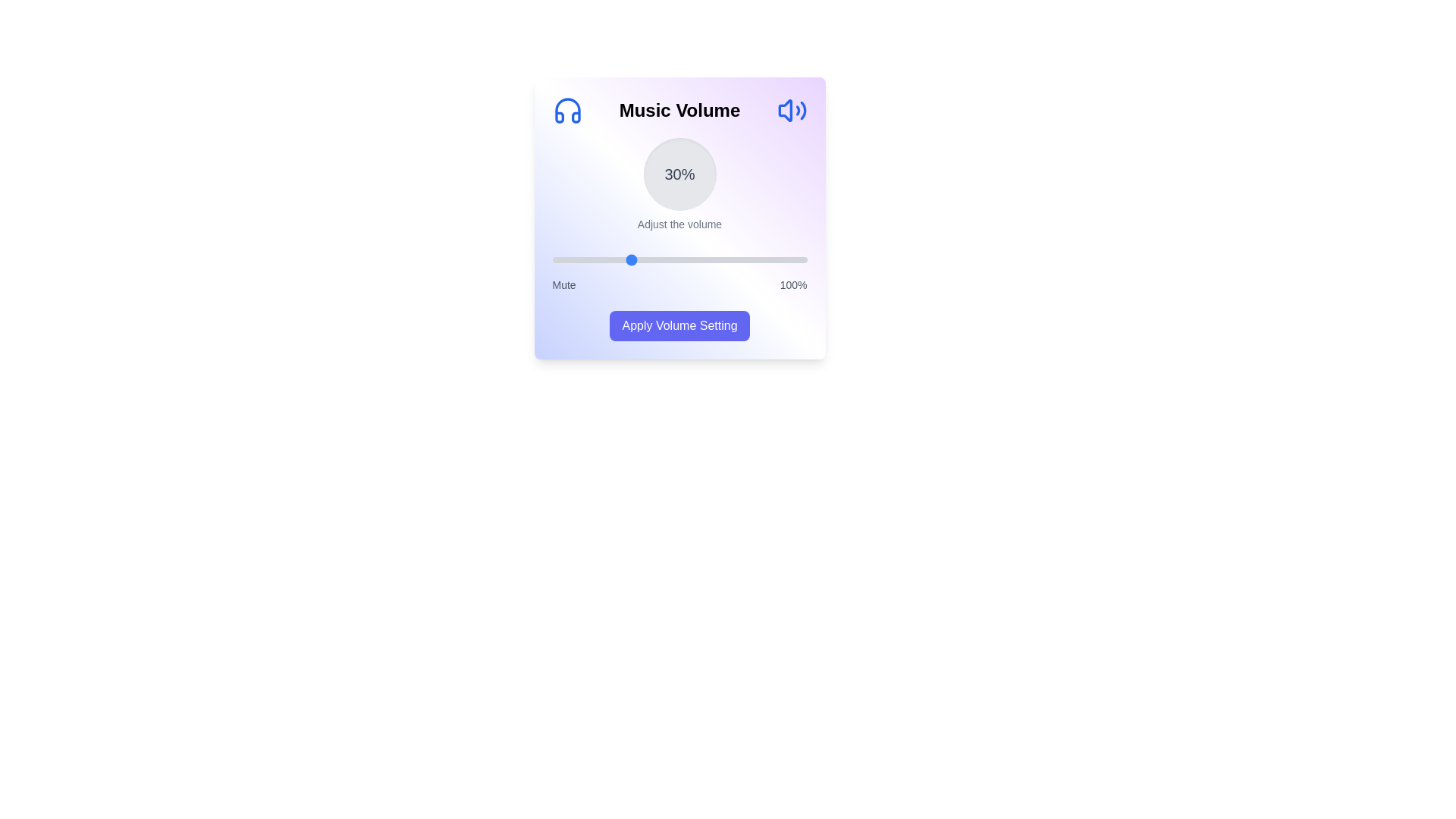 The width and height of the screenshot is (1456, 819). I want to click on the volume slider to 38%, so click(649, 259).